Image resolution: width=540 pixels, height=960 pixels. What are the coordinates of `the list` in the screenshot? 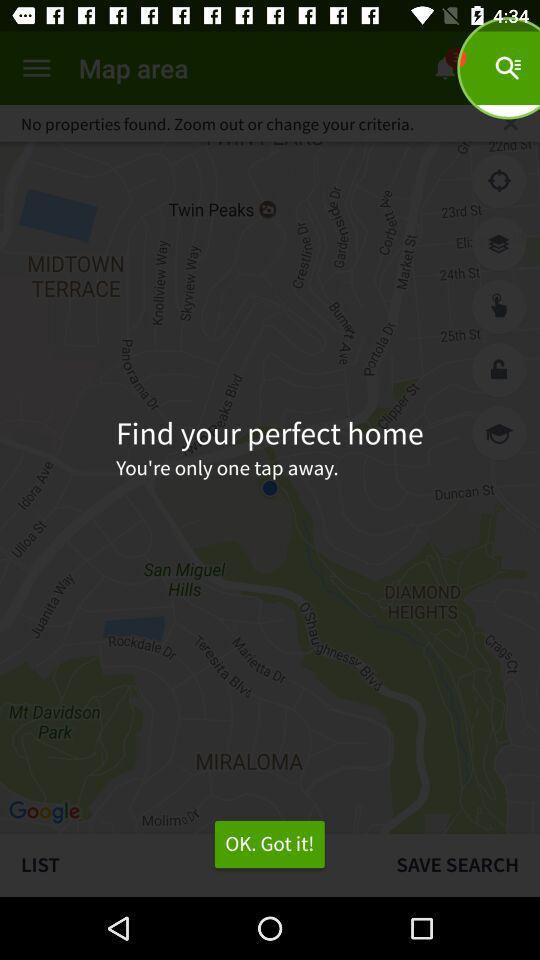 It's located at (187, 864).